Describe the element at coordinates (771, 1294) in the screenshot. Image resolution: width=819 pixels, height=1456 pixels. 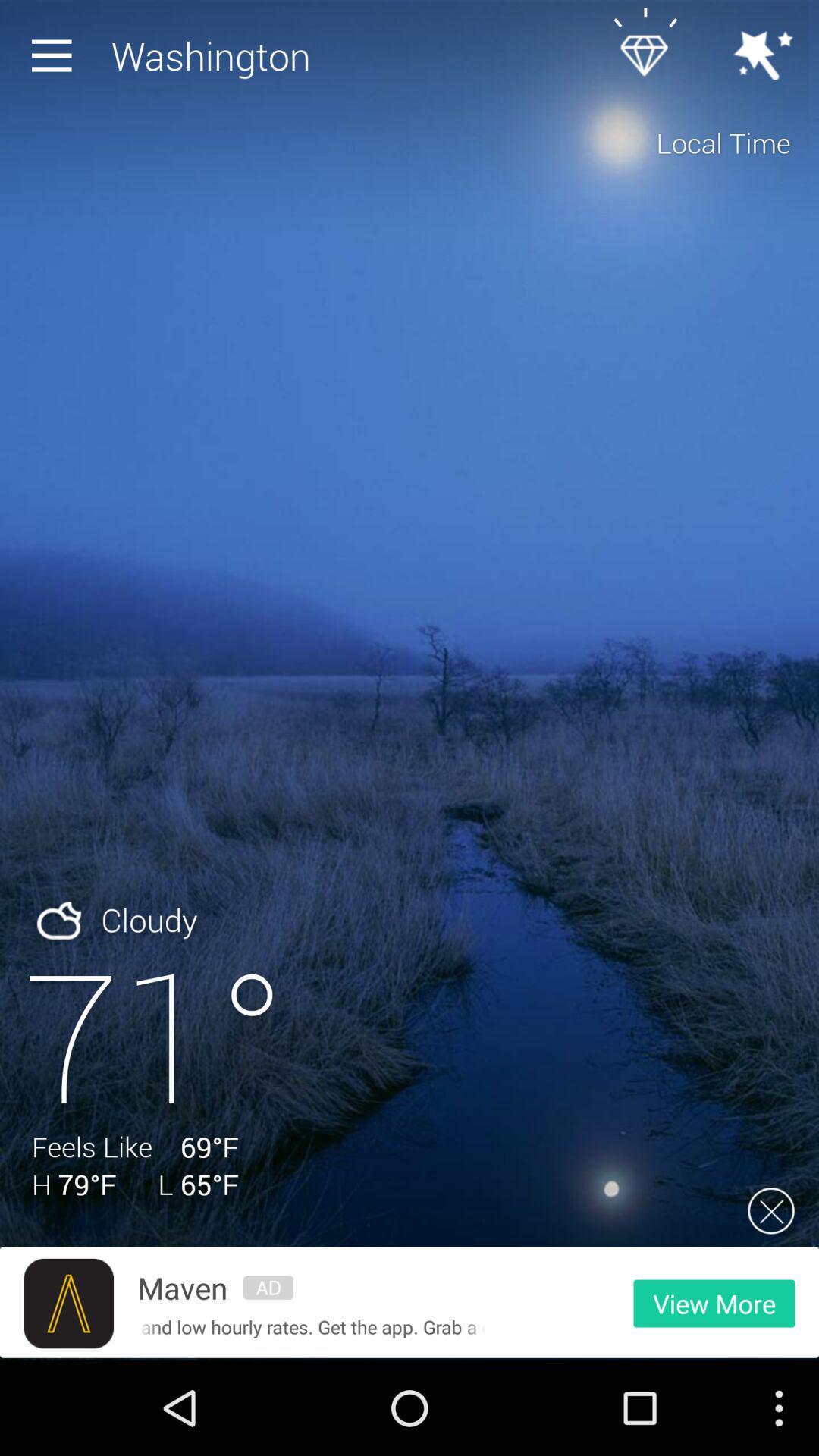
I see `the close icon` at that location.